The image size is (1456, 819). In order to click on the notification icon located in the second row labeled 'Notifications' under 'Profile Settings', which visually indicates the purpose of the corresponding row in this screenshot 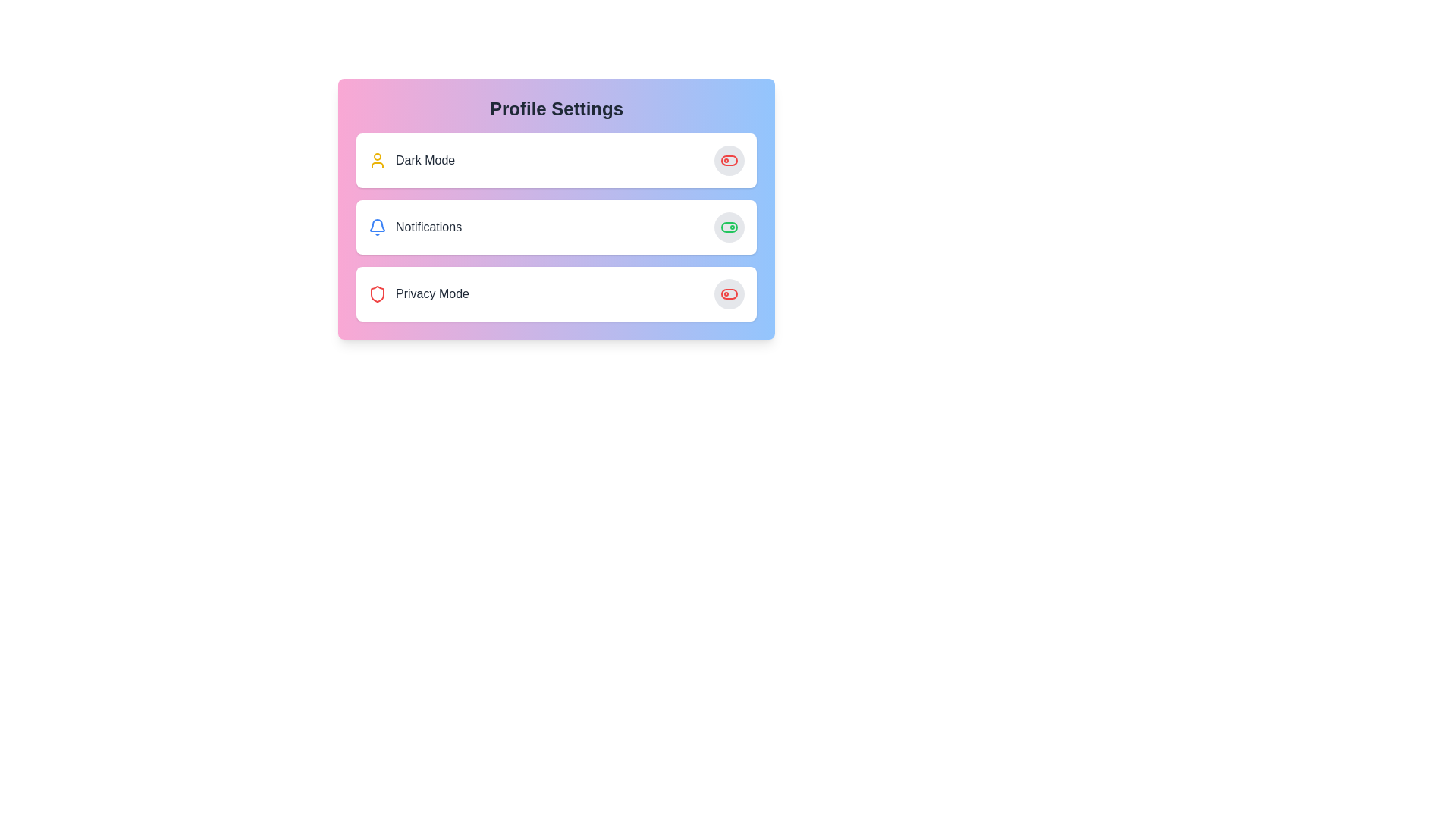, I will do `click(378, 225)`.